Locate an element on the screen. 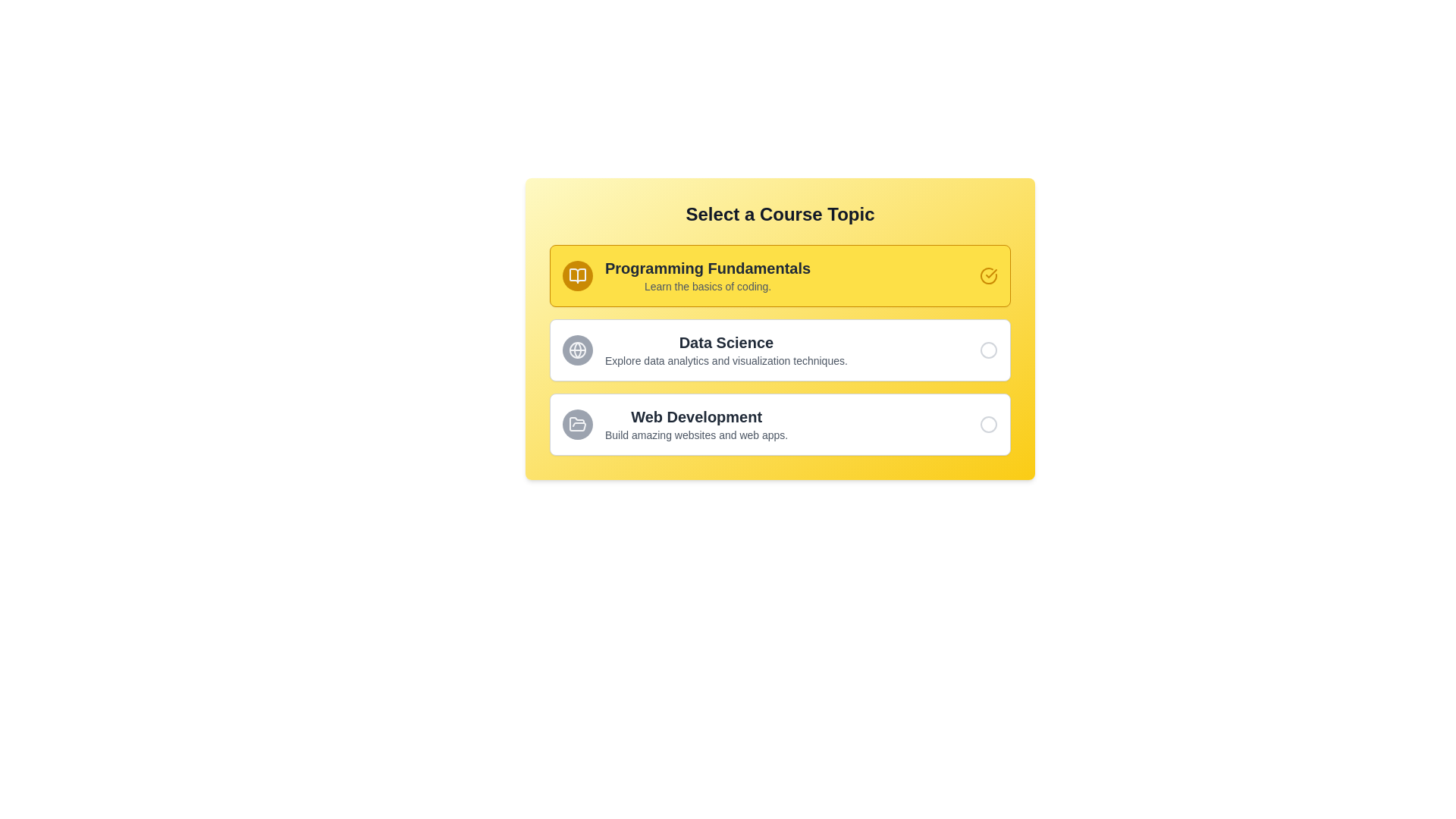 This screenshot has width=1456, height=819. the radio button for the 'Data Science' course topic located in the second card option, positioned slightly above the card's vertical centerline is located at coordinates (989, 350).